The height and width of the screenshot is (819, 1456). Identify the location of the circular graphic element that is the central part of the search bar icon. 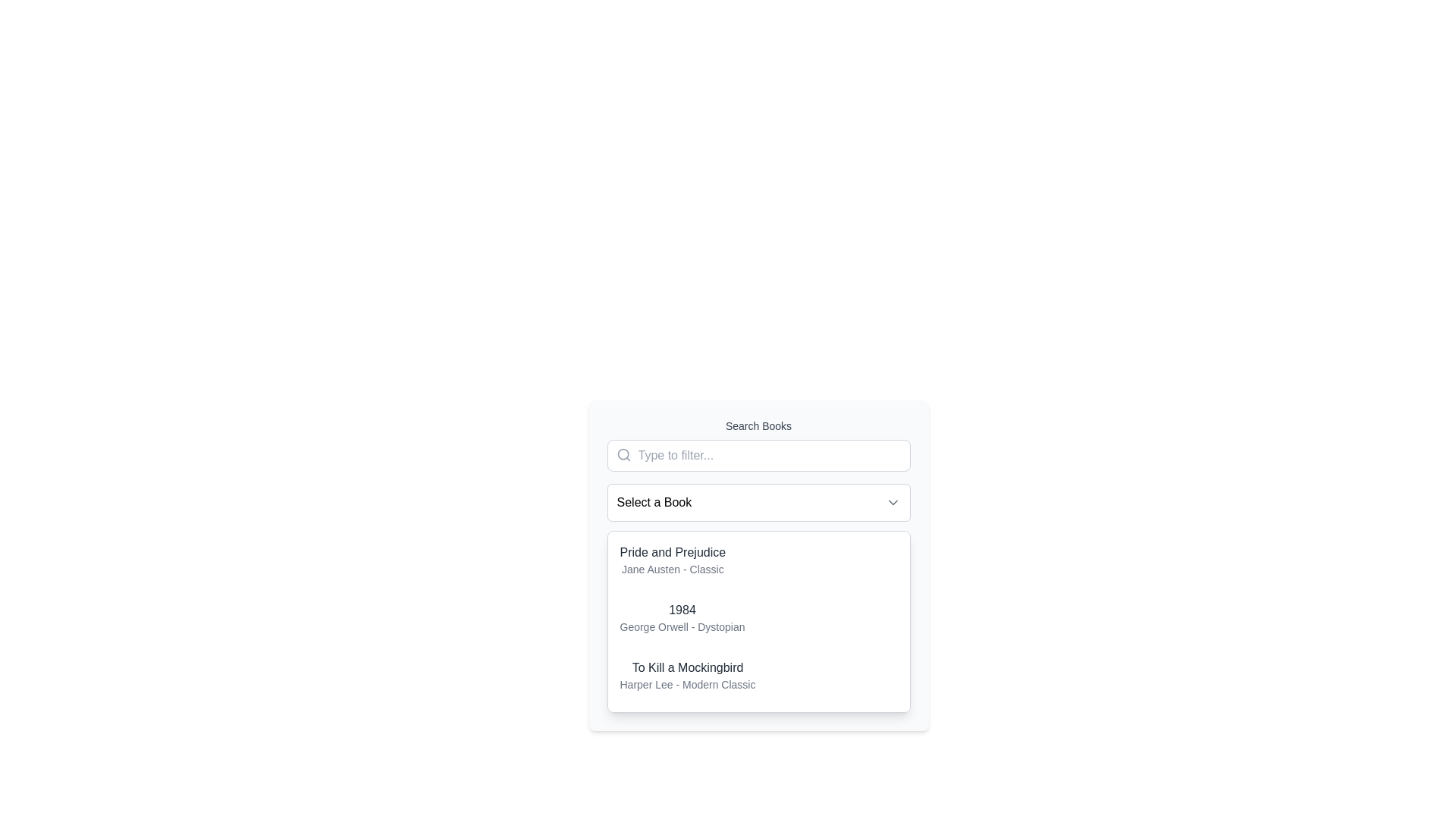
(623, 453).